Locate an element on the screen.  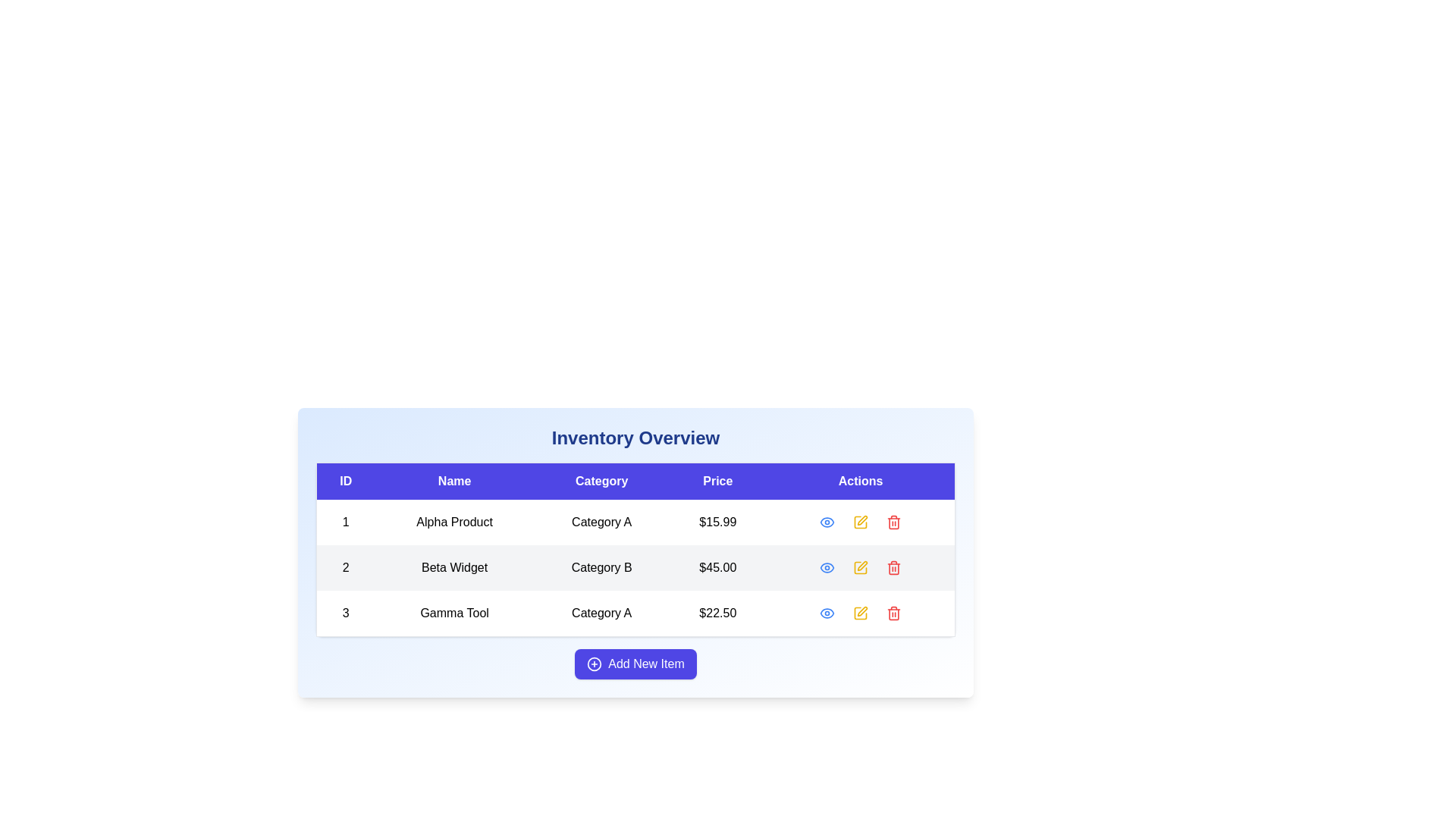
the delete icon button located in the second row of the table under the 'Actions' column for keyboard interaction is located at coordinates (894, 567).